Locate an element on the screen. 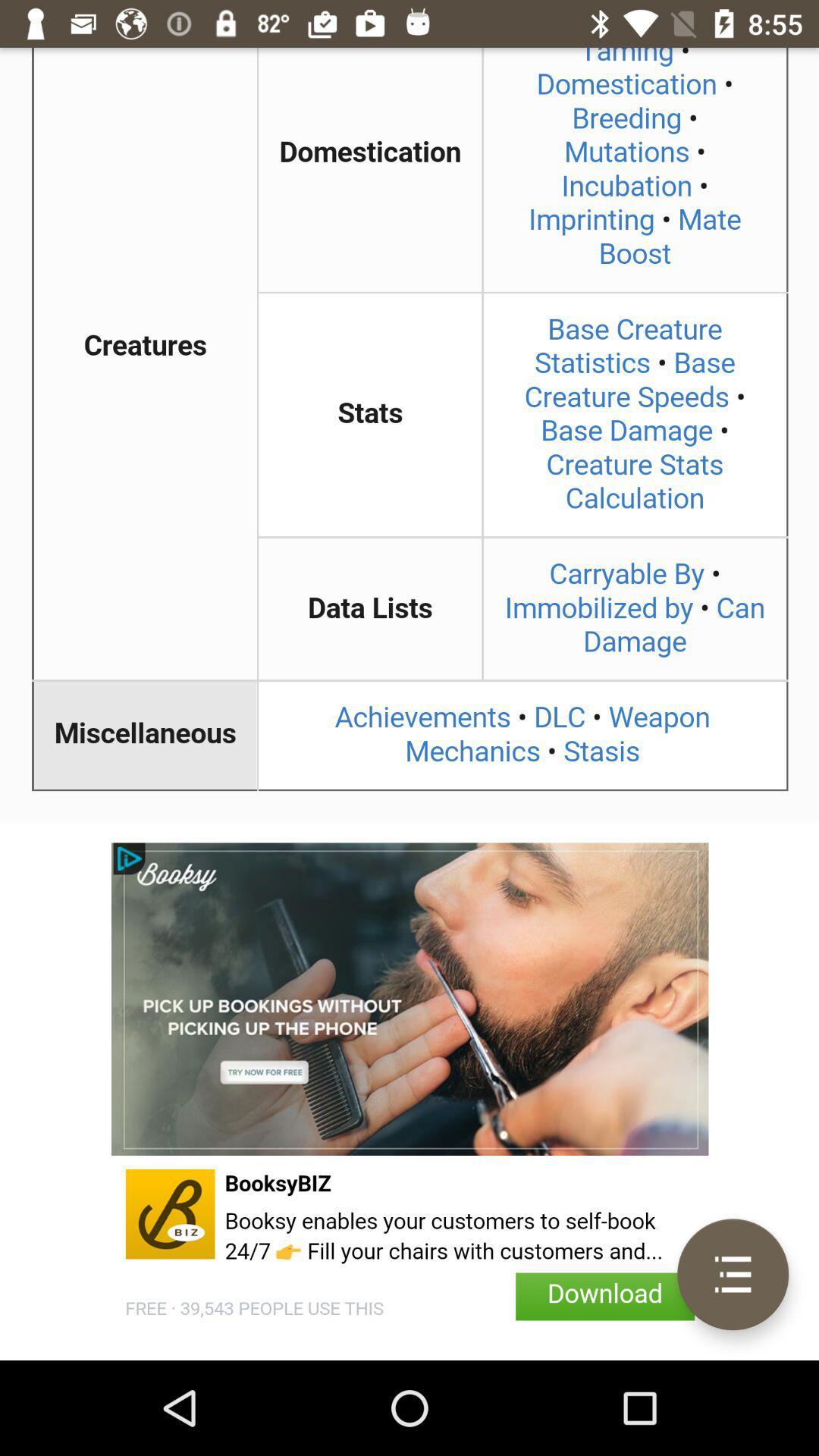 This screenshot has width=819, height=1456. information breakdown is located at coordinates (409, 435).